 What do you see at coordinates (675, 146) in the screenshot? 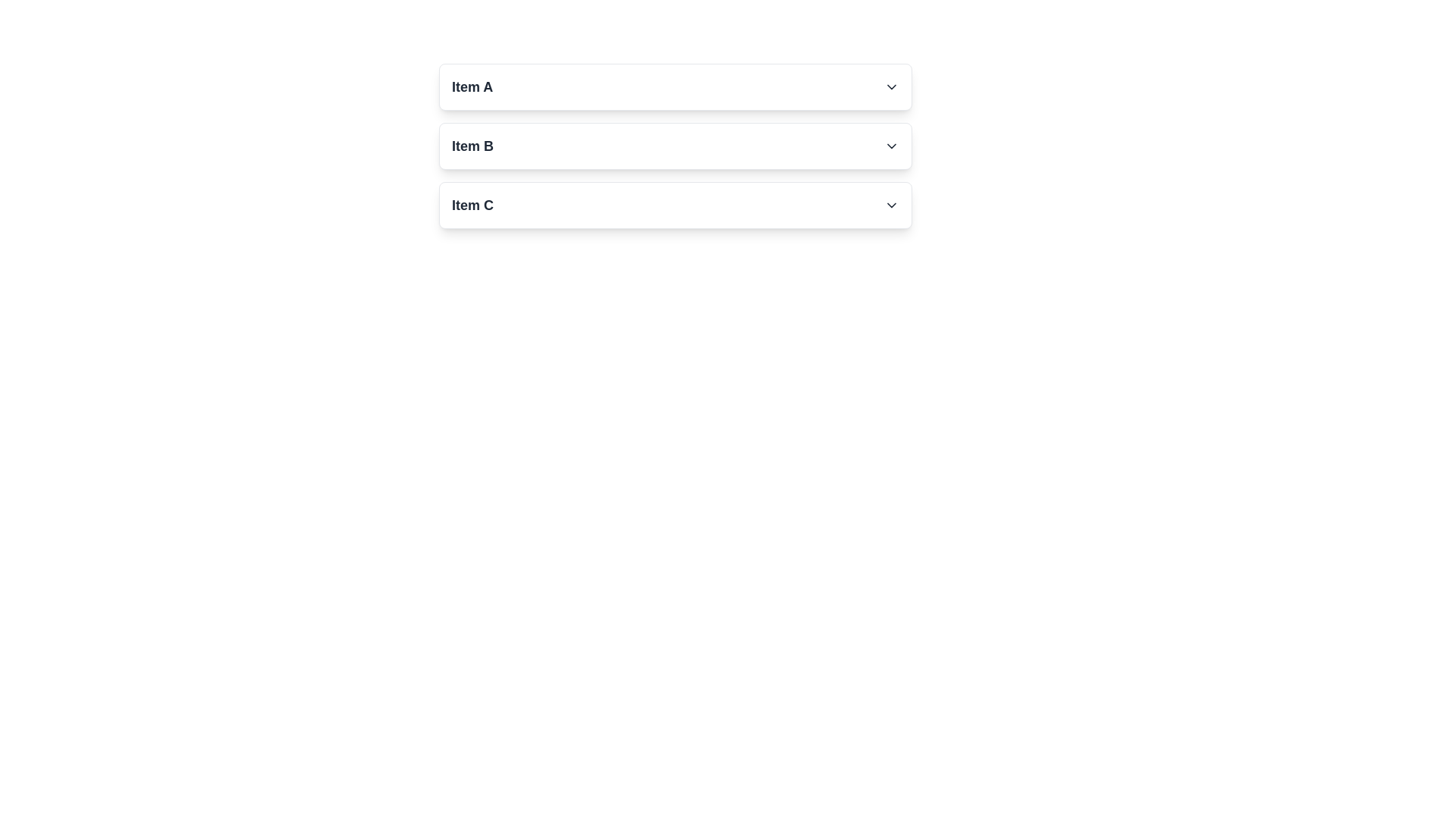
I see `the dropdown menu item labeled 'Item B', which is the second item in a vertical stack of three` at bounding box center [675, 146].